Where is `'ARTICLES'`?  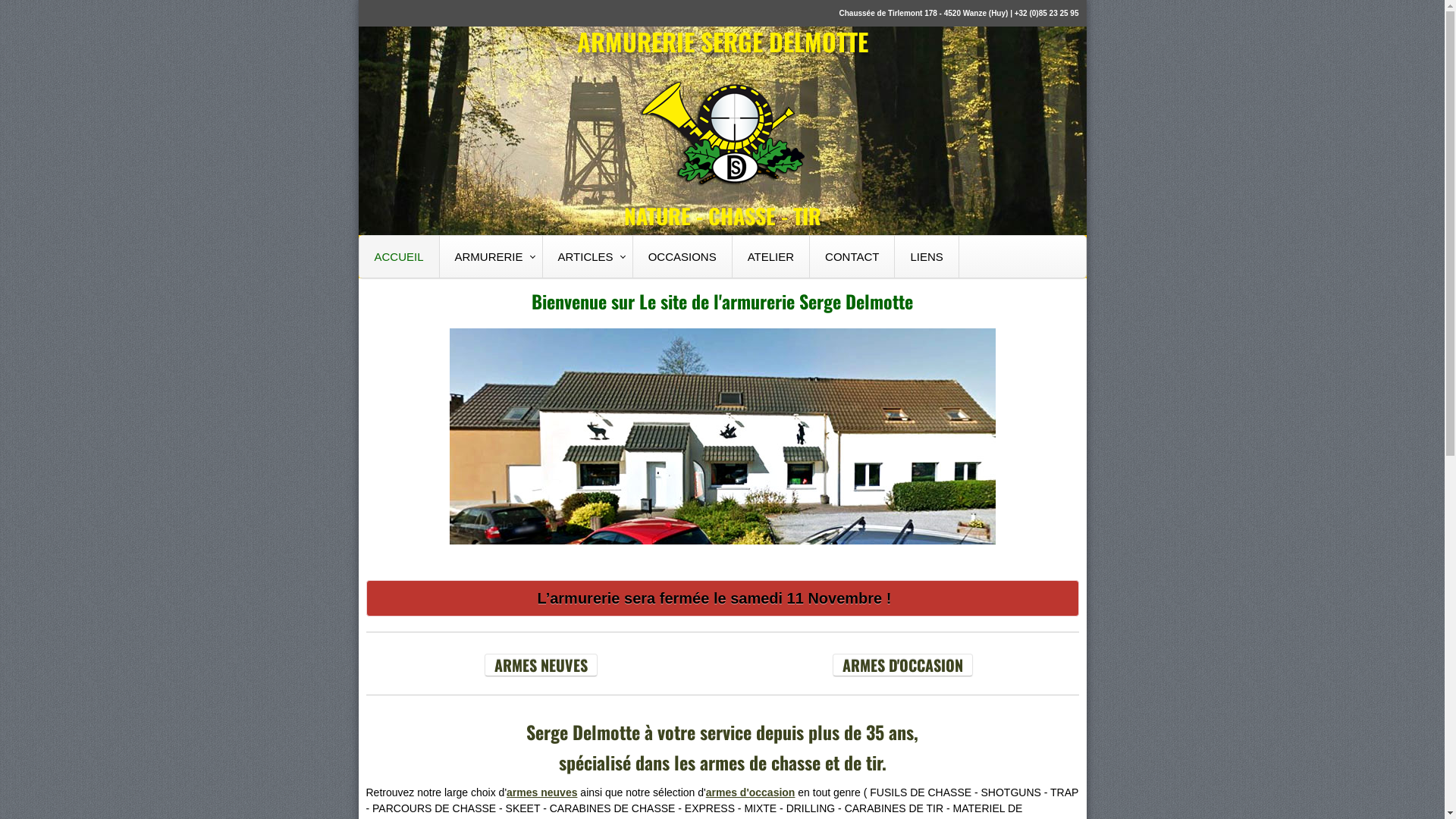 'ARTICLES' is located at coordinates (587, 256).